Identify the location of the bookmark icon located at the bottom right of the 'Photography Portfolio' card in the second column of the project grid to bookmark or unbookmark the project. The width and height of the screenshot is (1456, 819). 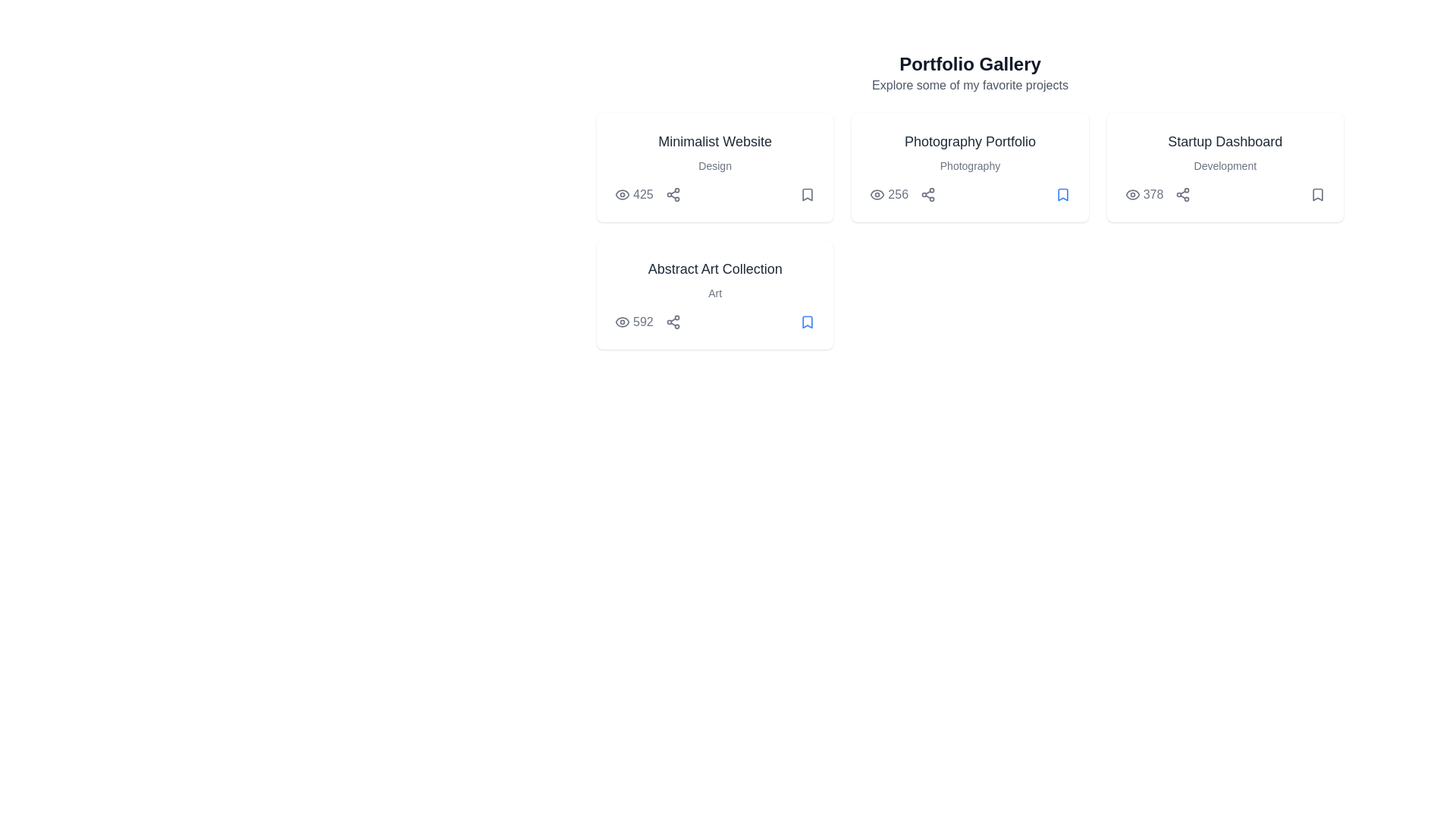
(1062, 194).